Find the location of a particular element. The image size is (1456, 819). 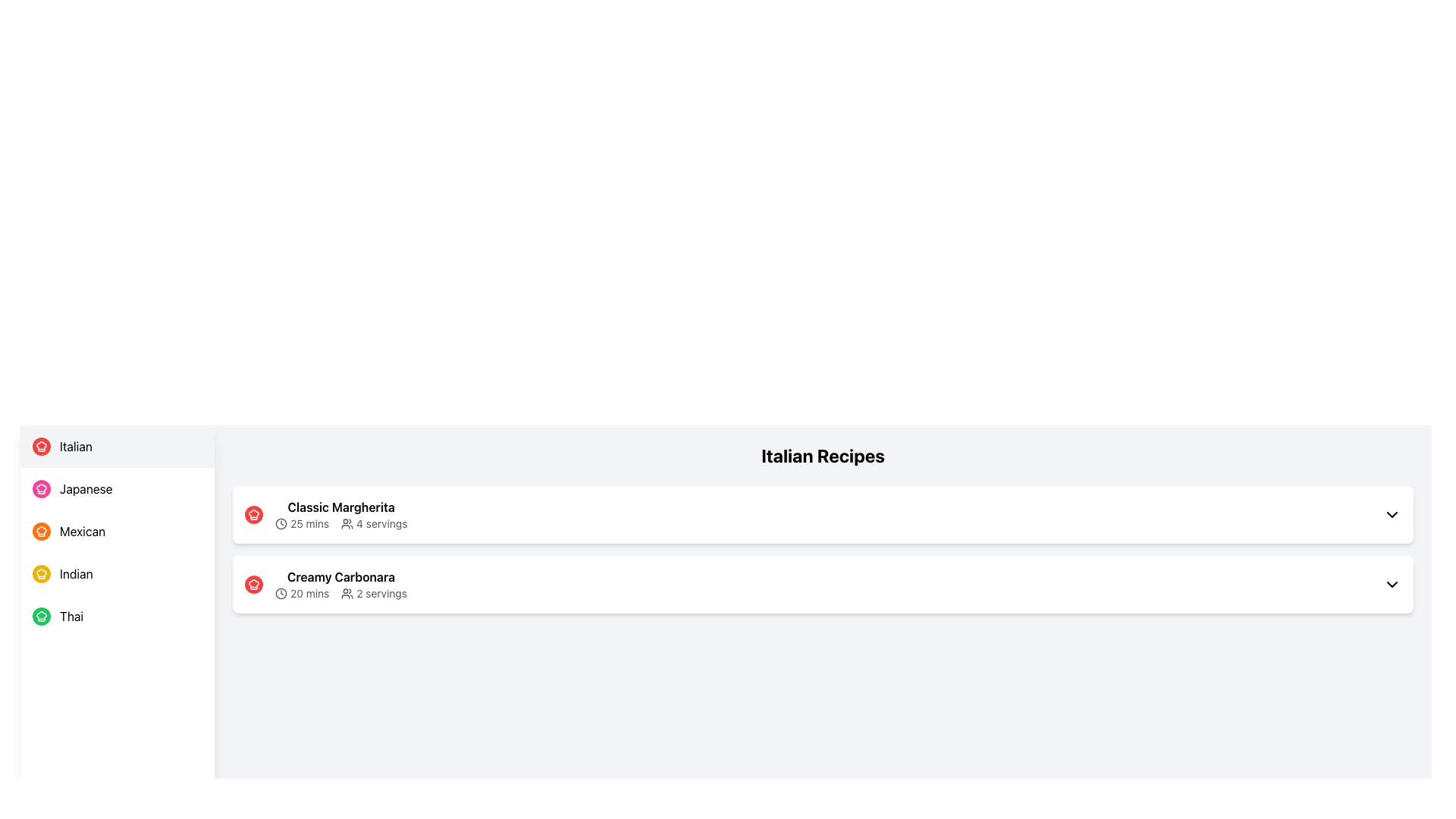

the clock icon representing '20 mins' duration next to the 'Creamy Carbonara' label in the second recipe item under 'Italian Recipes' is located at coordinates (281, 593).